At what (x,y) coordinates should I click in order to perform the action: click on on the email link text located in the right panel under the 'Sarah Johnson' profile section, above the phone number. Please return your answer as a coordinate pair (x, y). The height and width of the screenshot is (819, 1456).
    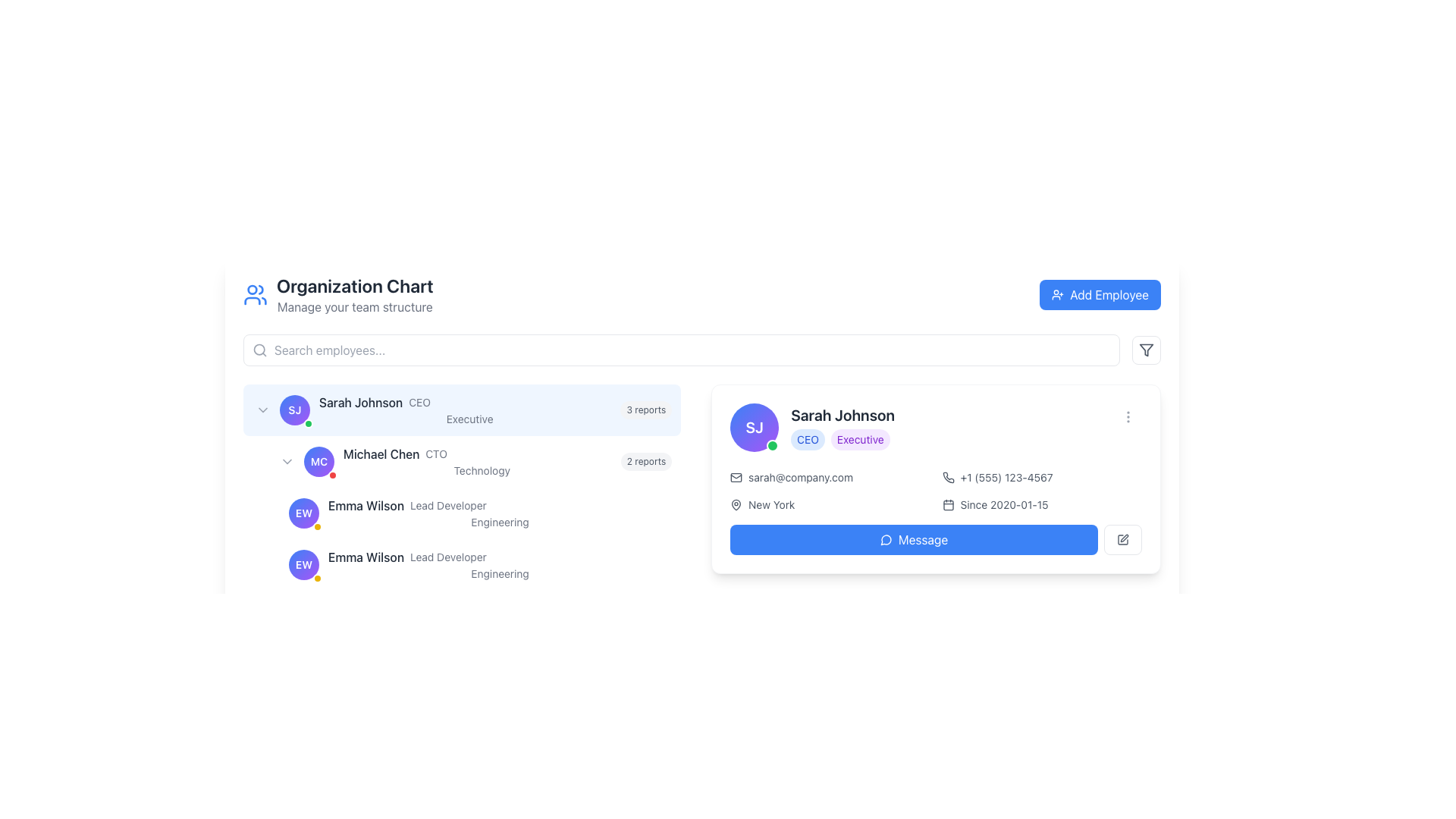
    Looking at the image, I should click on (829, 476).